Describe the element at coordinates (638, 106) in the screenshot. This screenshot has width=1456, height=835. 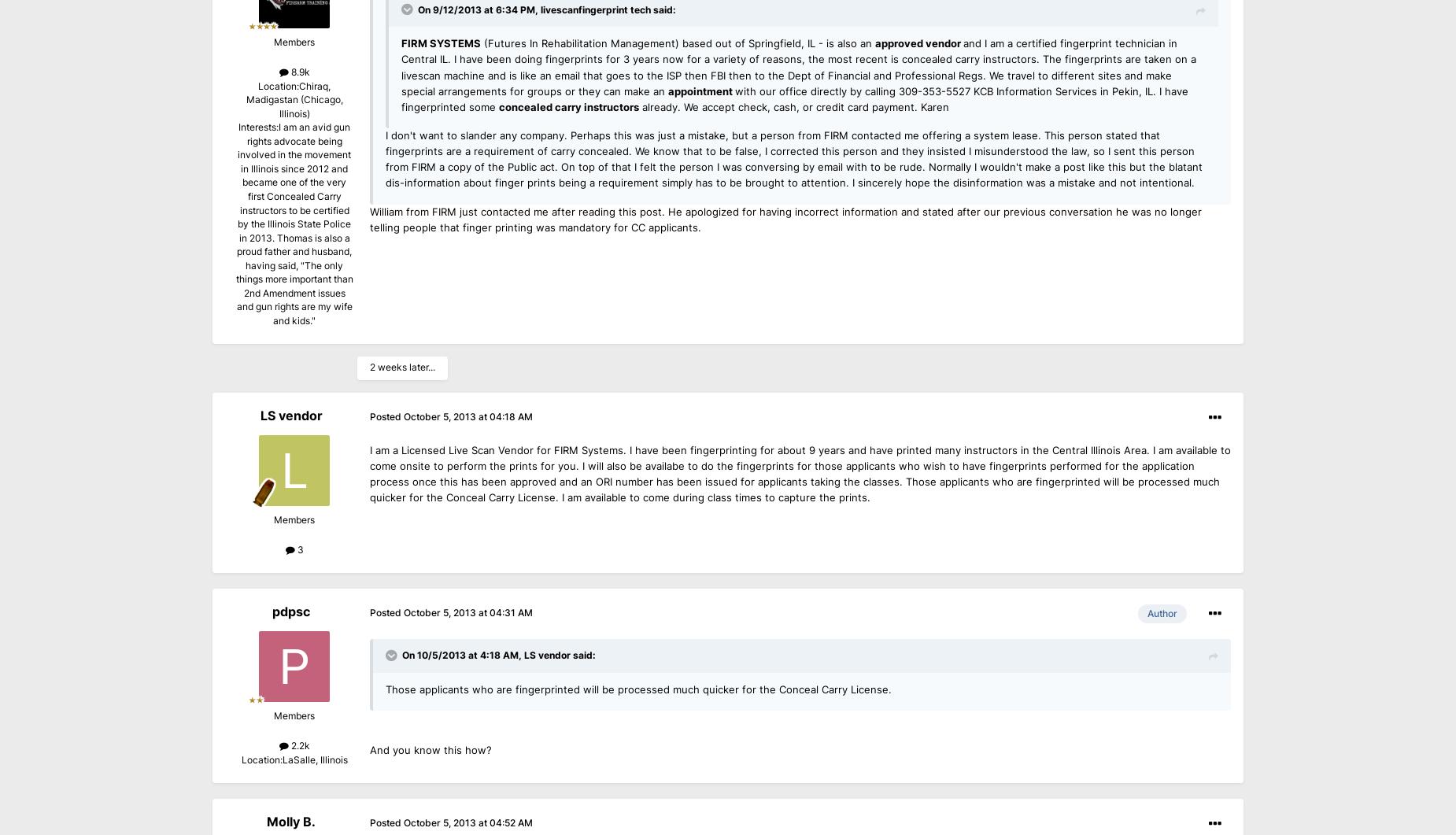
I see `'already.  We accept check, cash, or credit card payment.  Karen'` at that location.